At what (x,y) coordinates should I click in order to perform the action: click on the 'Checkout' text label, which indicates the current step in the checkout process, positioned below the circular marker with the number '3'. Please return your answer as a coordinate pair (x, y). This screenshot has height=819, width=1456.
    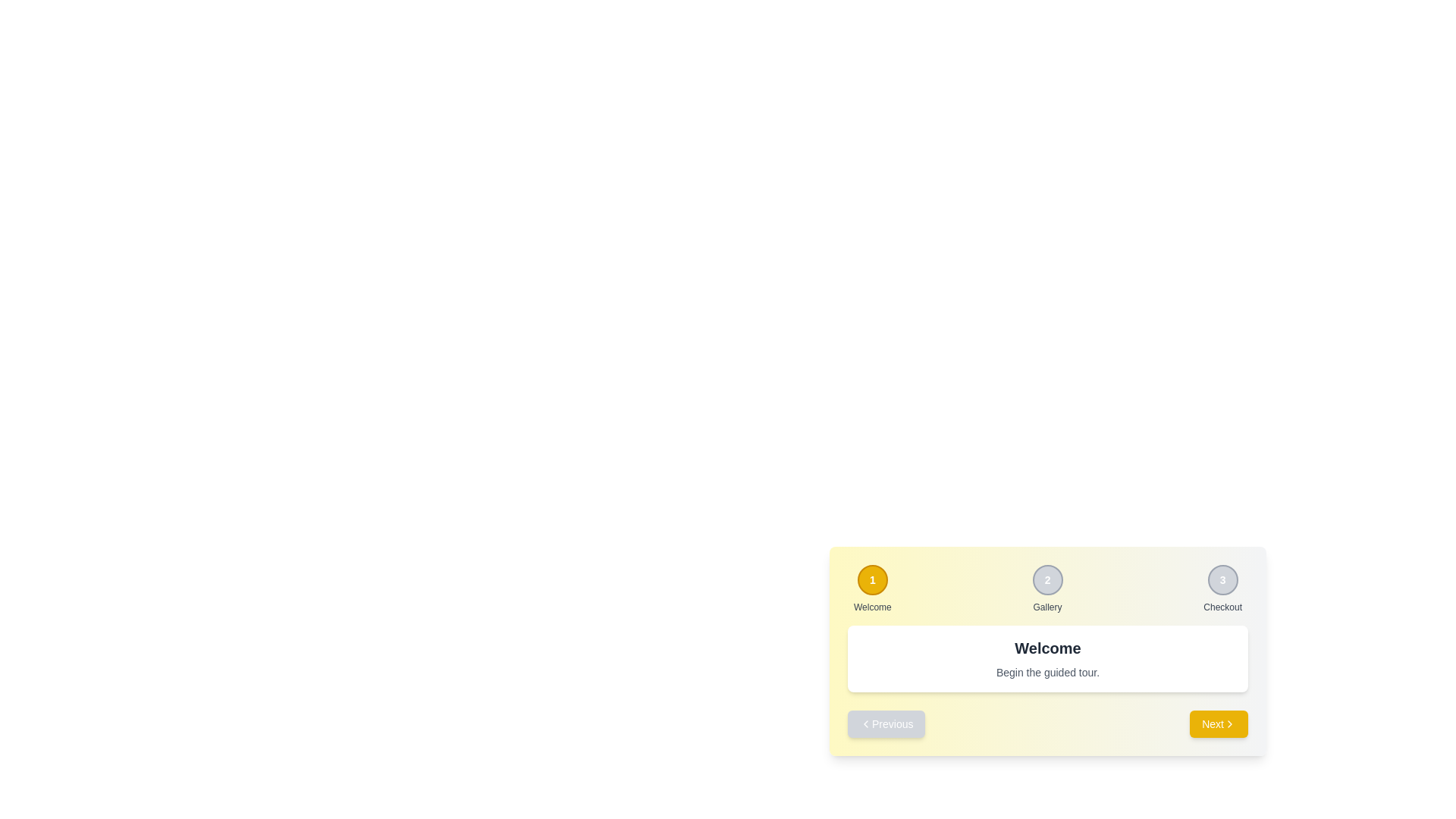
    Looking at the image, I should click on (1222, 607).